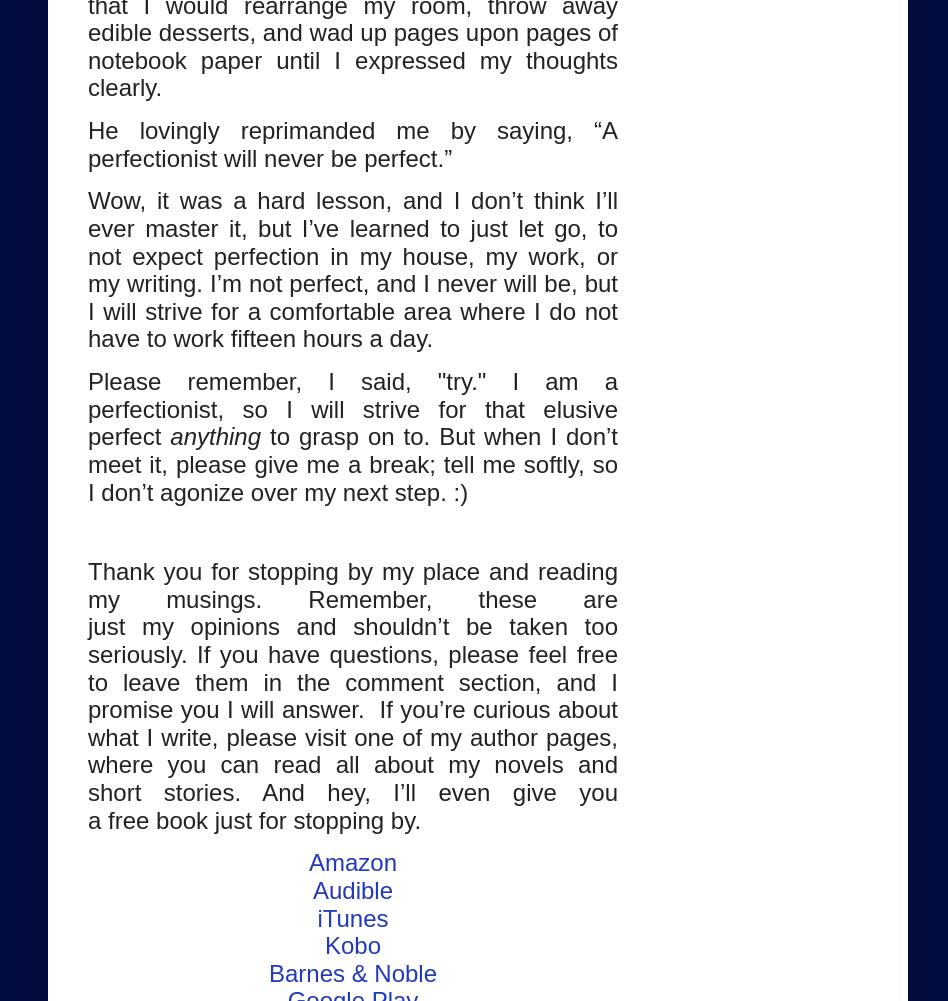  I want to click on 'Amazon', so click(352, 862).